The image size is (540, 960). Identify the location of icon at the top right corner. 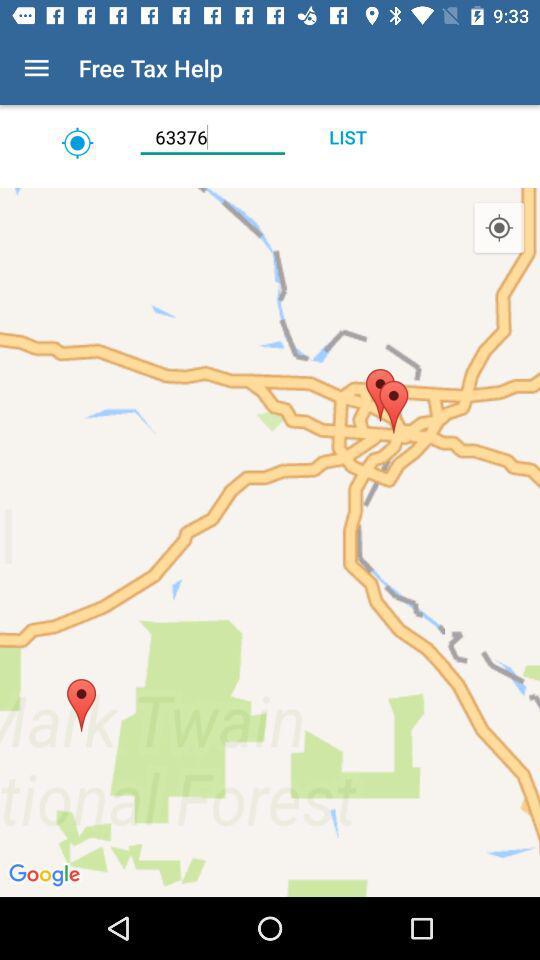
(498, 228).